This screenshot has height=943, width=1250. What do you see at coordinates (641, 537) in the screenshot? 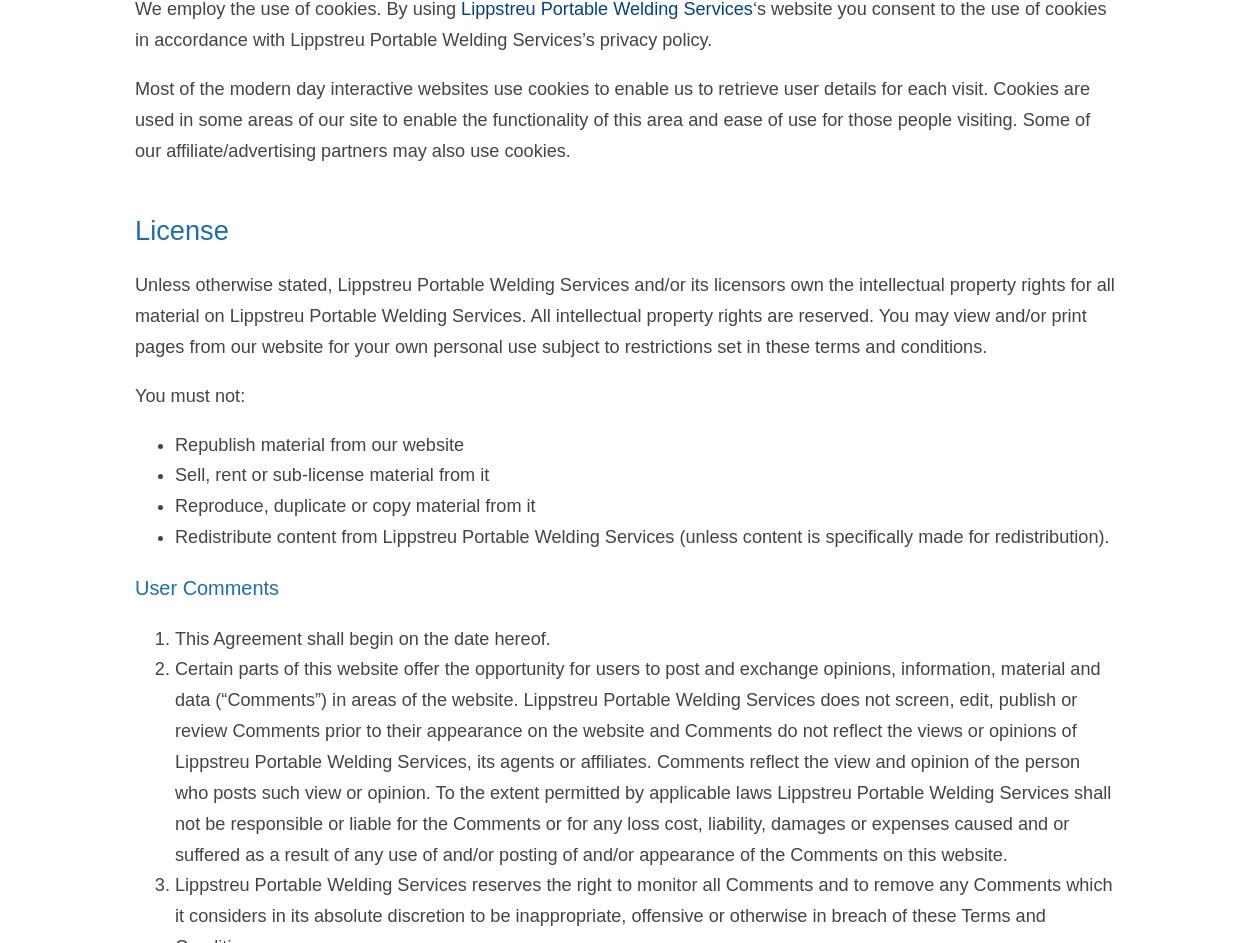
I see `'Redistribute content from Lippstreu Portable Welding Services (unless content is specifically made for redistribution).'` at bounding box center [641, 537].